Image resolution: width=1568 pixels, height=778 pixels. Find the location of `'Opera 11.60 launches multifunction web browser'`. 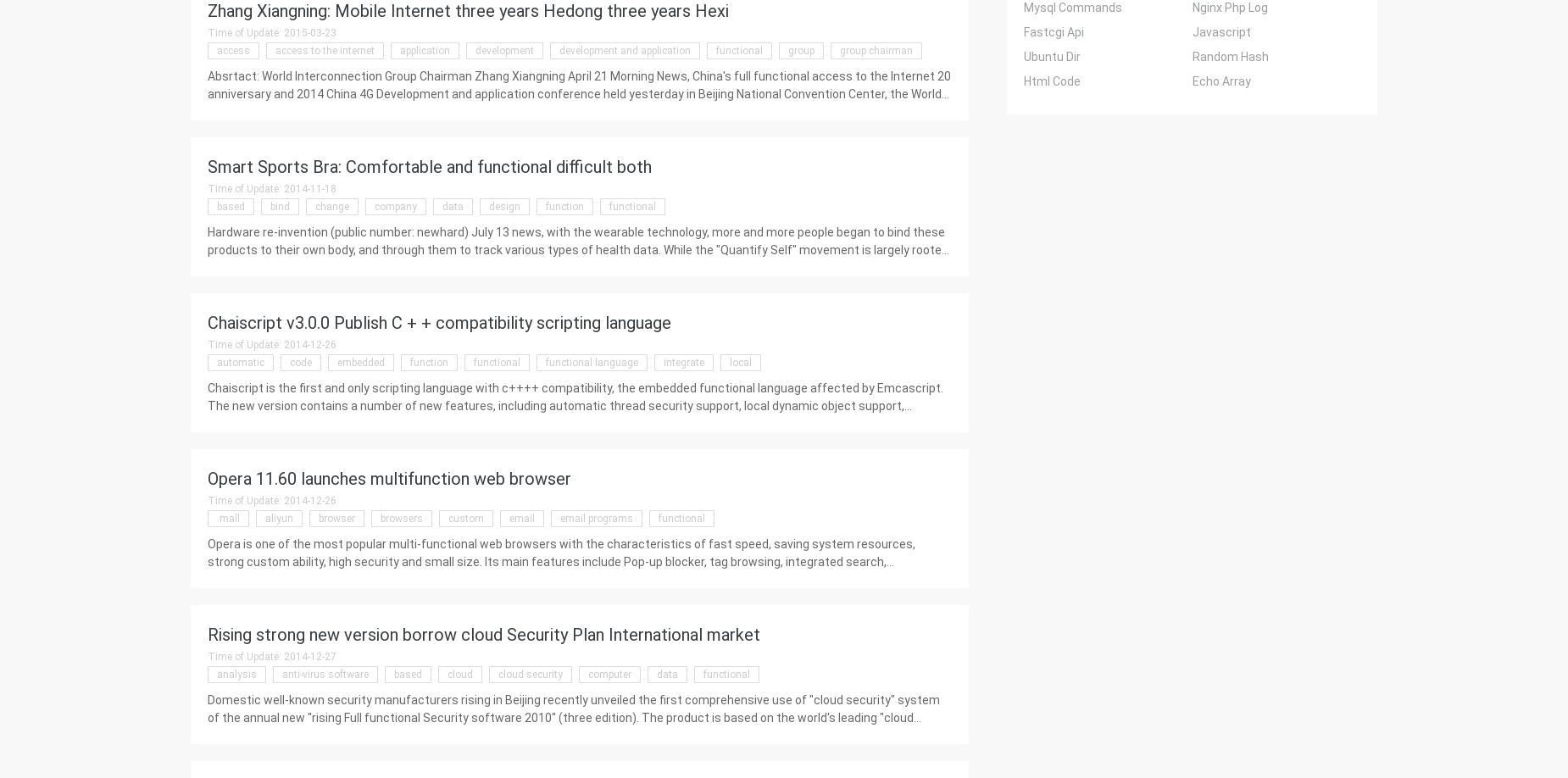

'Opera 11.60 launches multifunction web browser' is located at coordinates (388, 478).